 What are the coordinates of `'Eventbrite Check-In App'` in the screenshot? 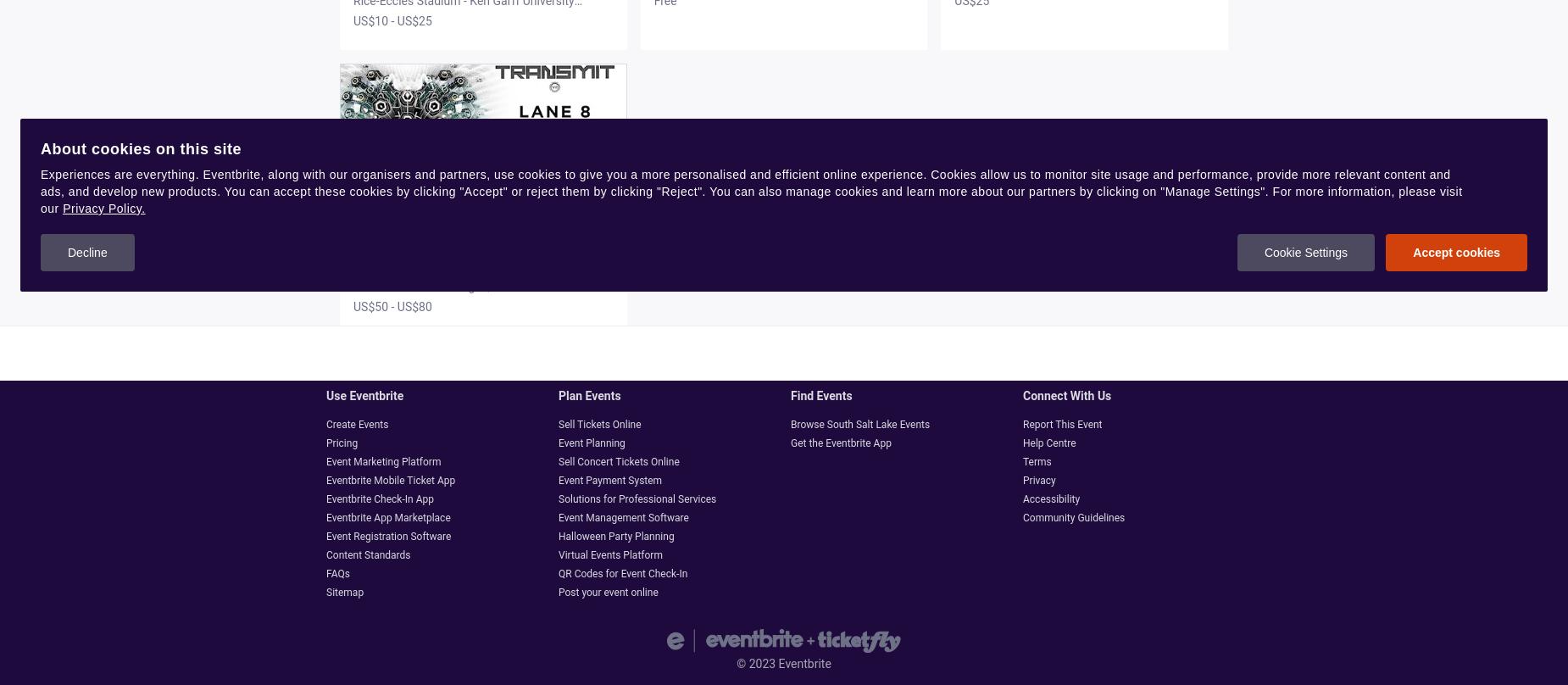 It's located at (379, 498).